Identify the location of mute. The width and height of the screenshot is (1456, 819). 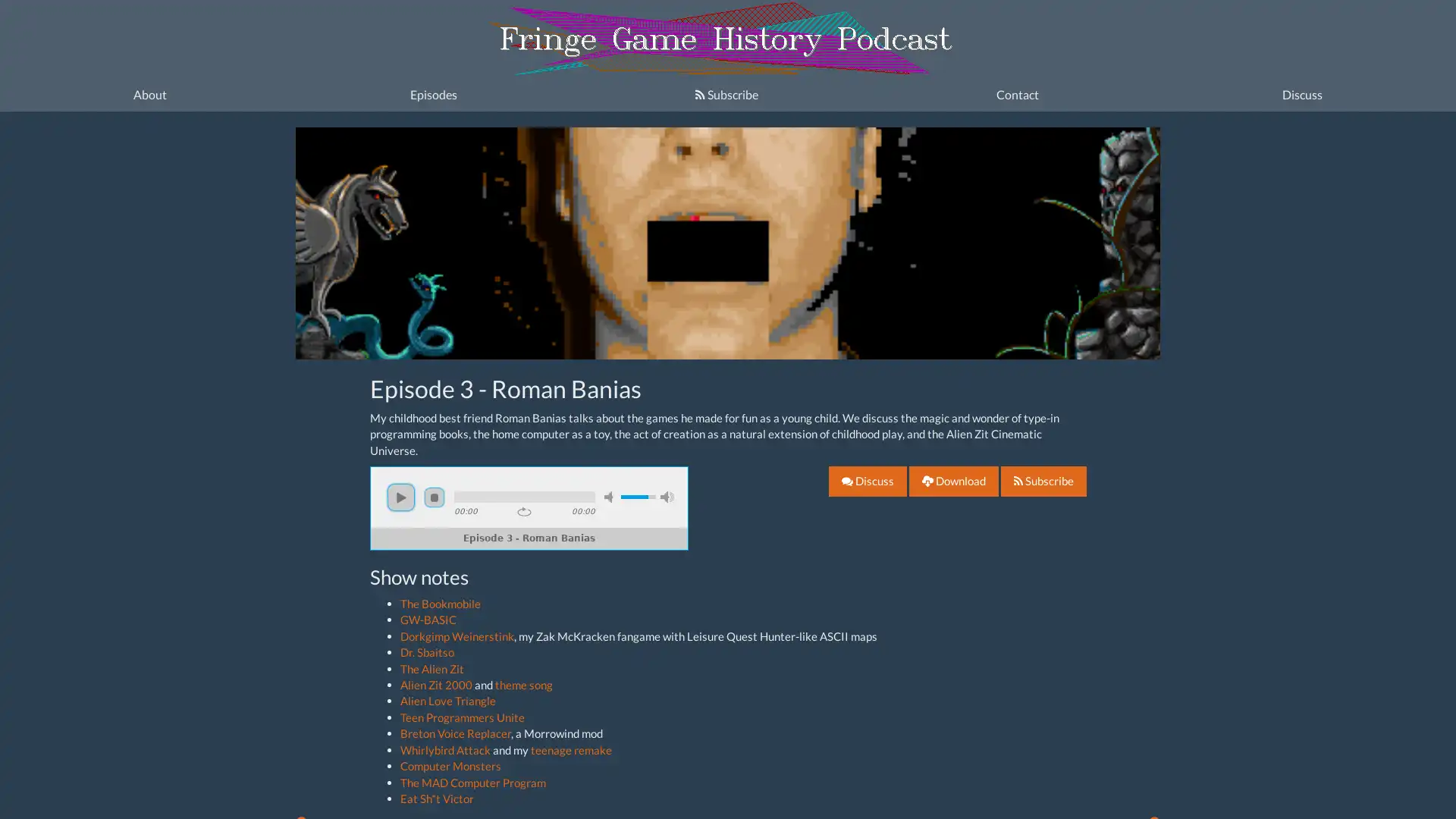
(610, 497).